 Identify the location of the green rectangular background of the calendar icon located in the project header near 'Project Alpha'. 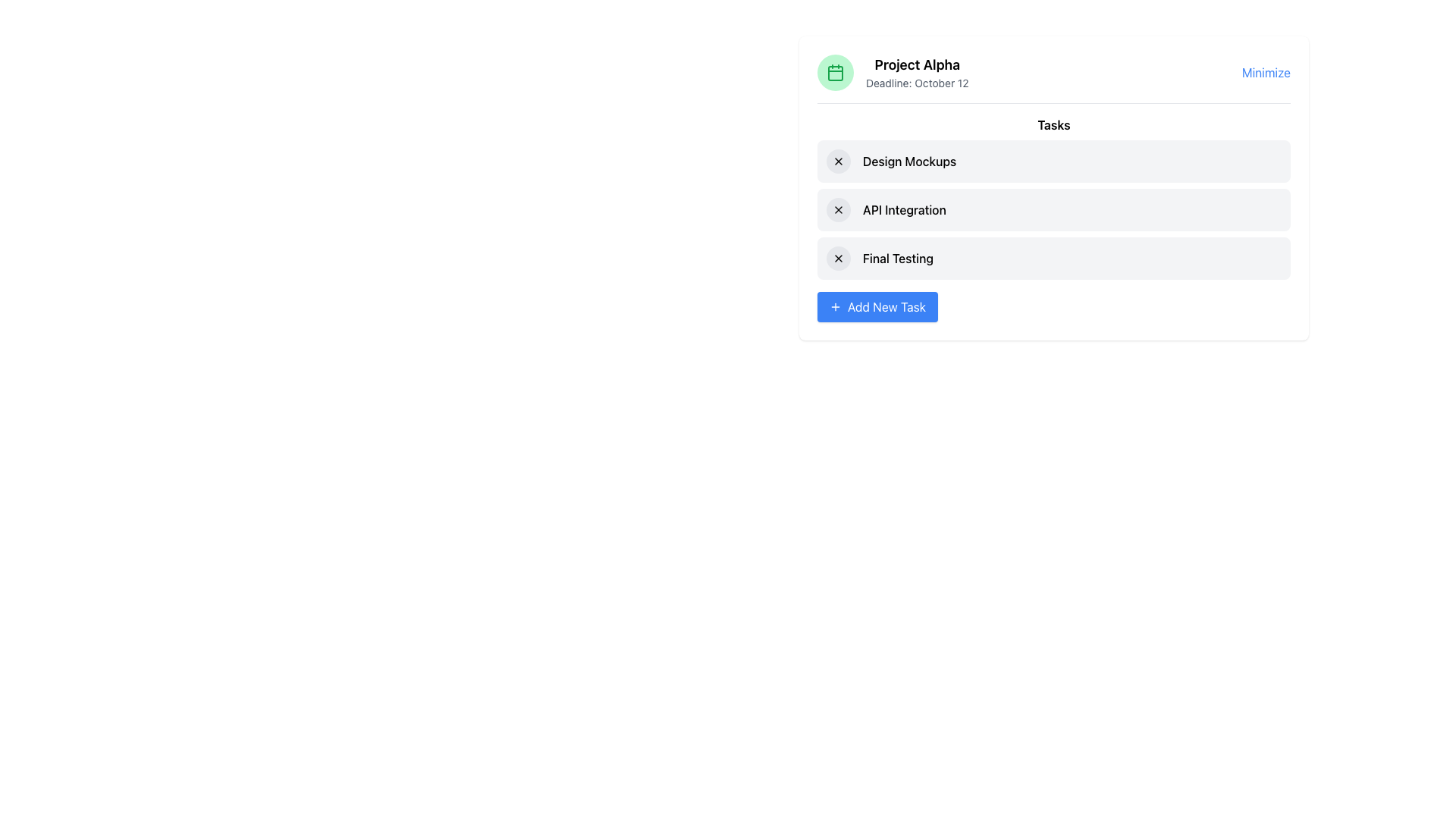
(835, 73).